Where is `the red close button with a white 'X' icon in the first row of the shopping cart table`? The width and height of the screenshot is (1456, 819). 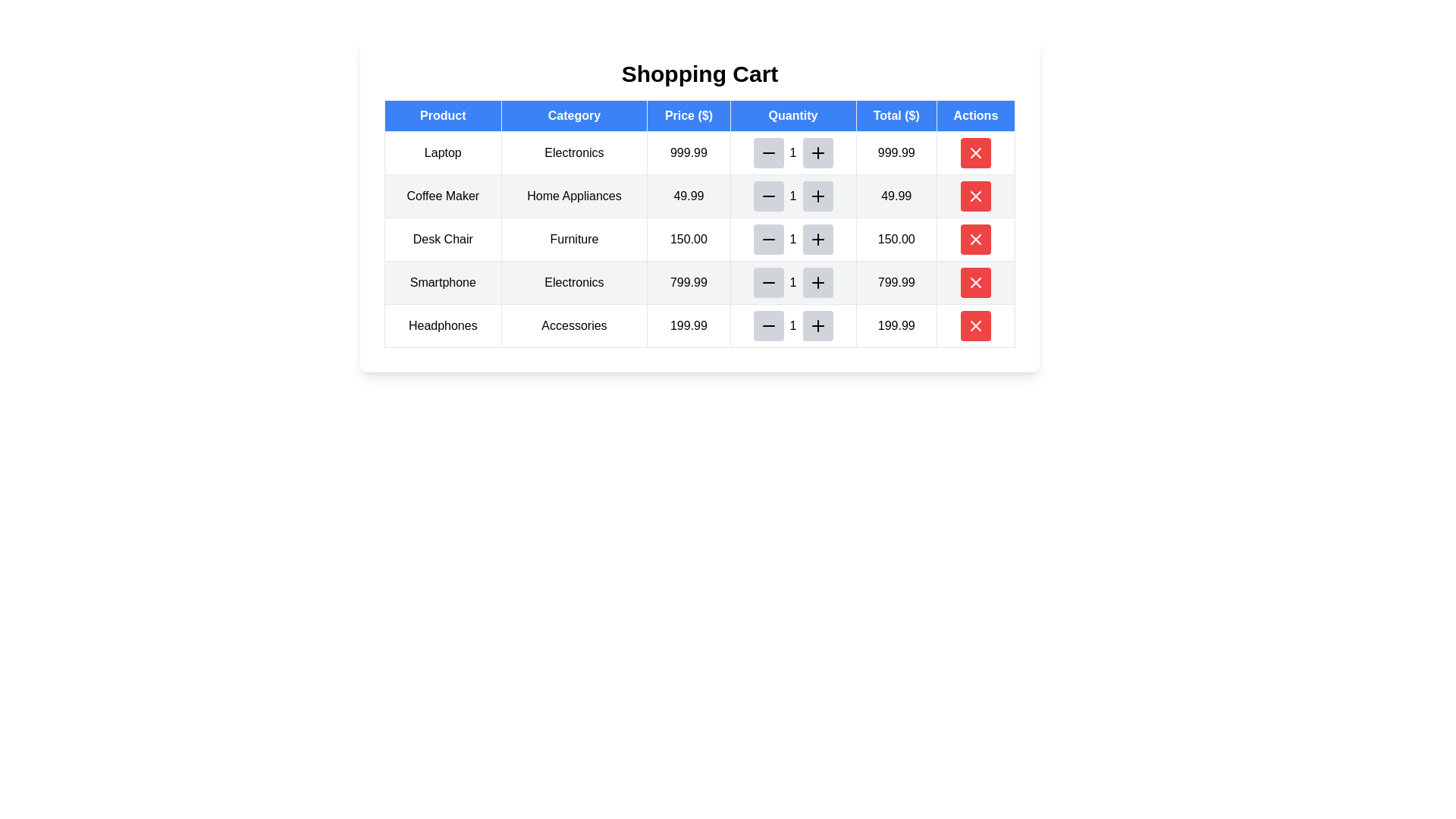
the red close button with a white 'X' icon in the first row of the shopping cart table is located at coordinates (975, 152).